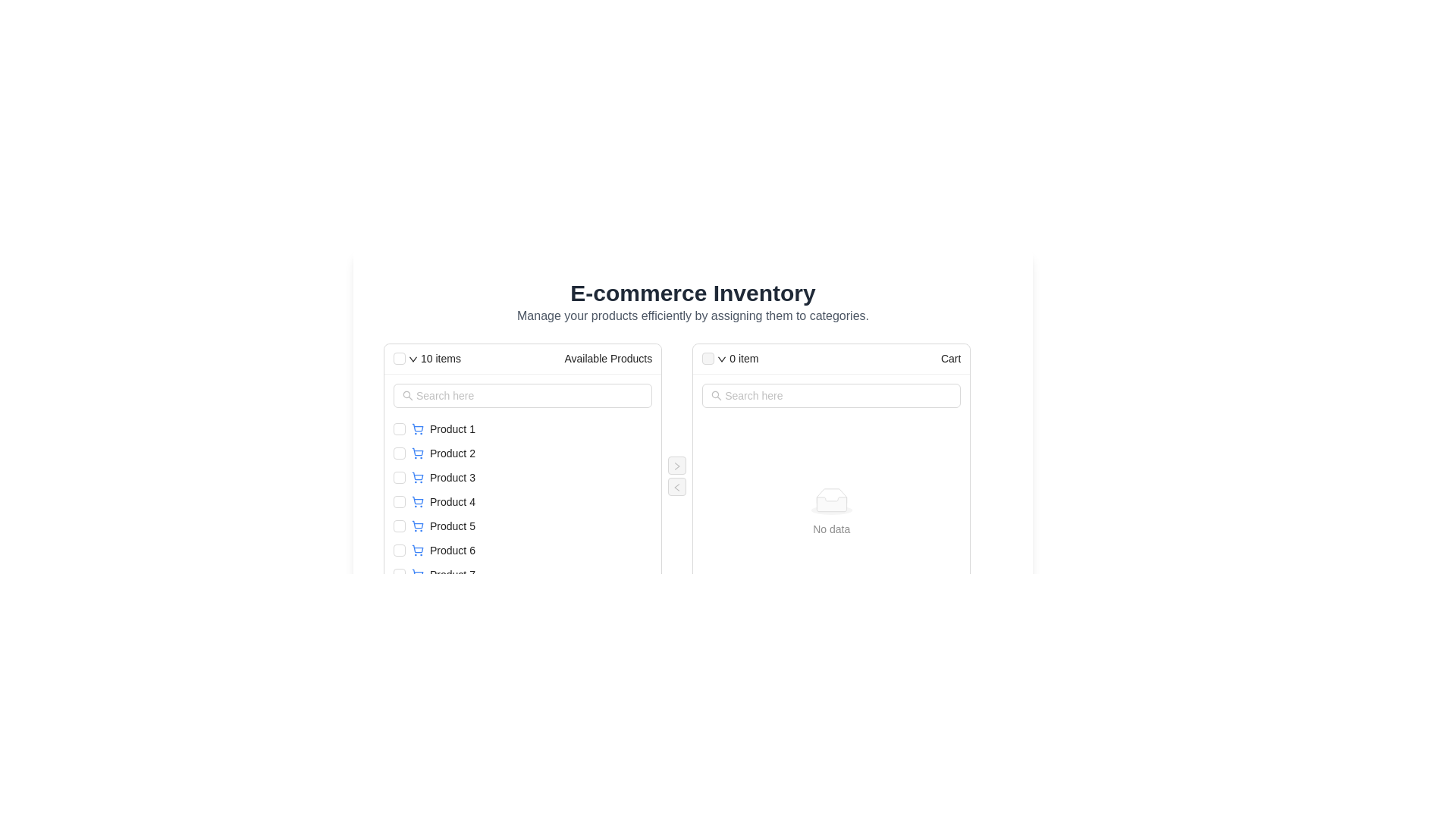 This screenshot has height=819, width=1456. Describe the element at coordinates (522, 475) in the screenshot. I see `the third item labeled 'Product 3' in the scrollable list of 'Available Products'` at that location.